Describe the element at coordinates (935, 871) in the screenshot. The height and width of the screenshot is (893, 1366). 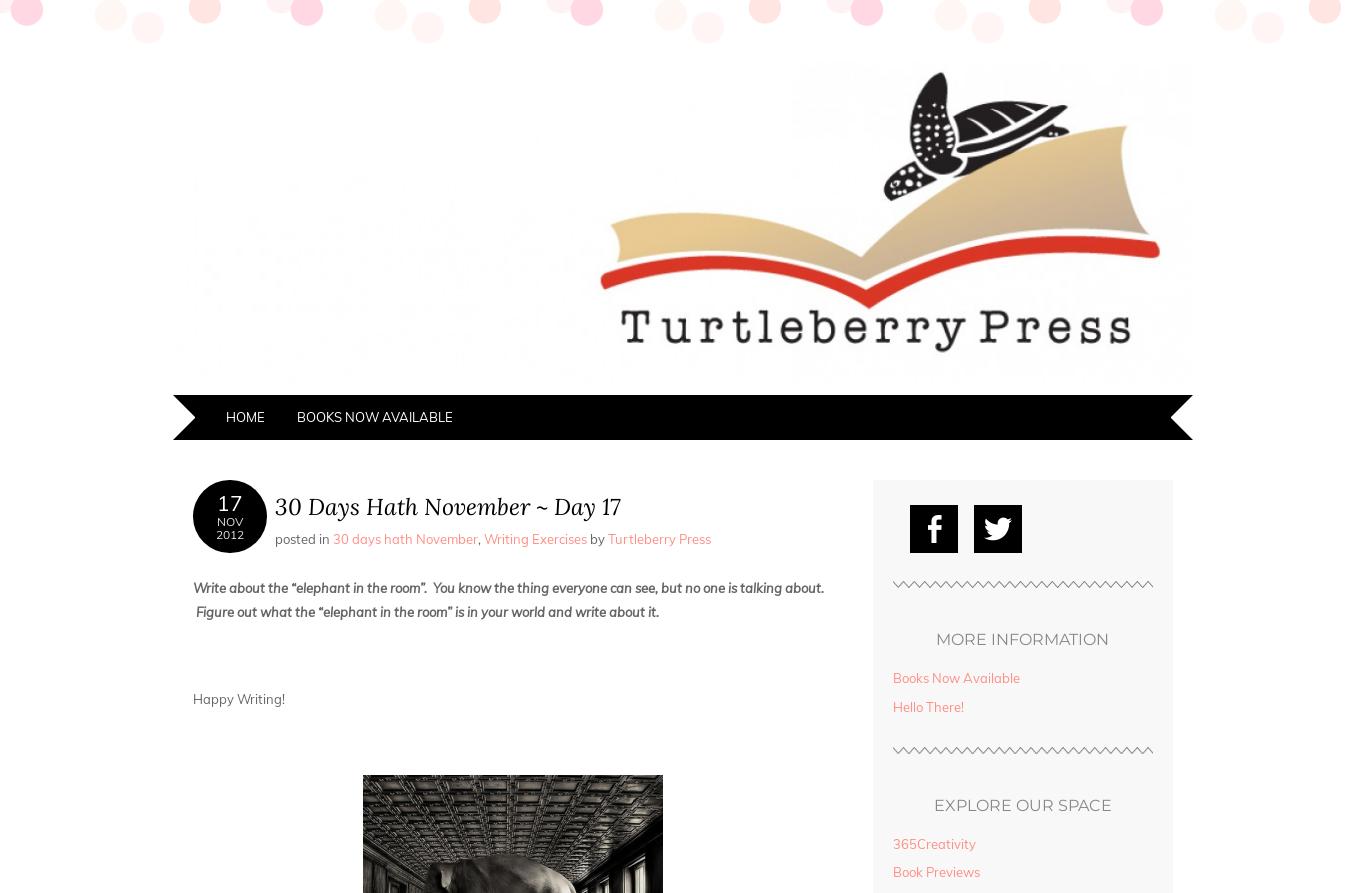
I see `'Book Previews'` at that location.